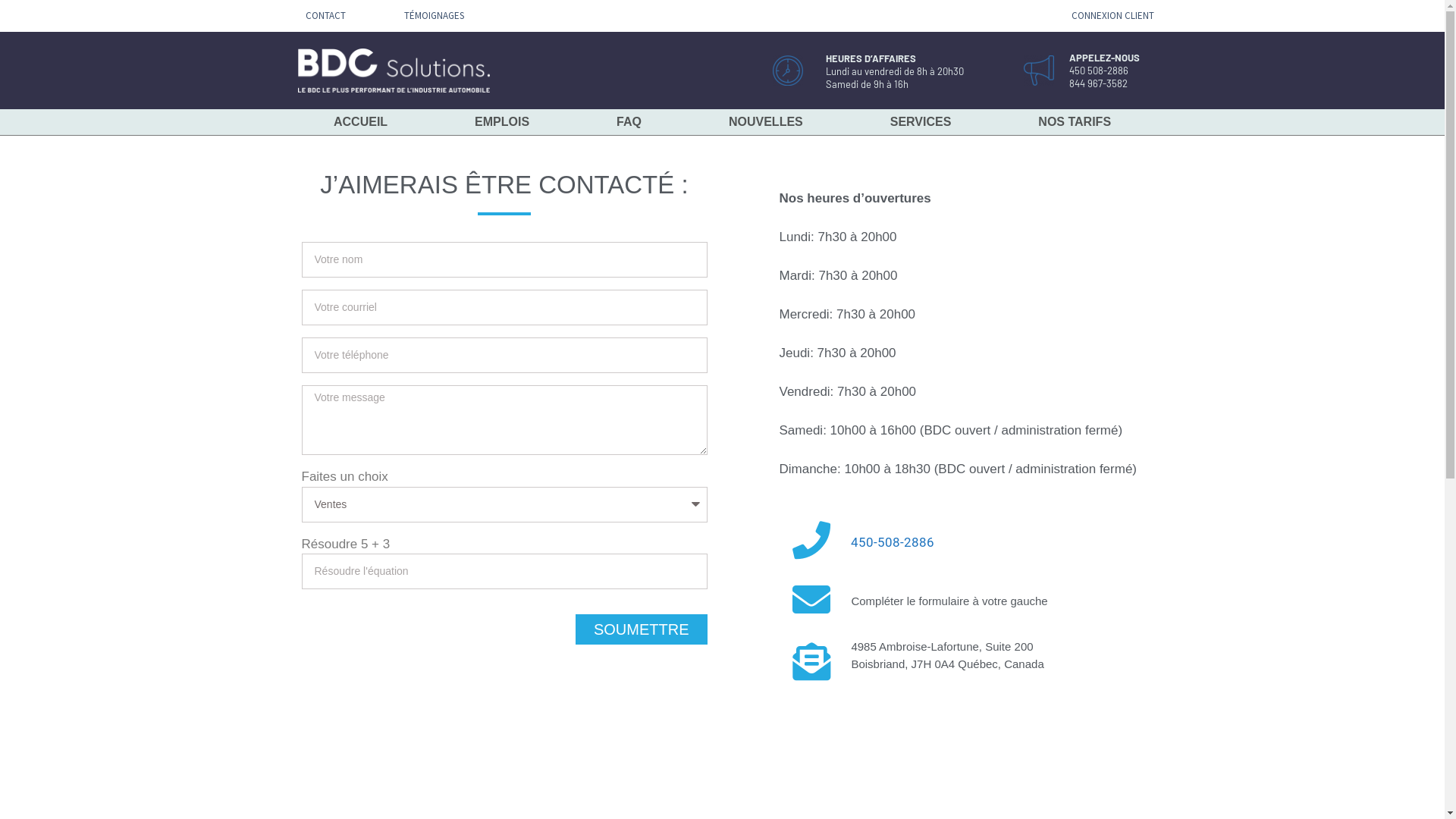  I want to click on 'EMPLOIS', so click(431, 121).